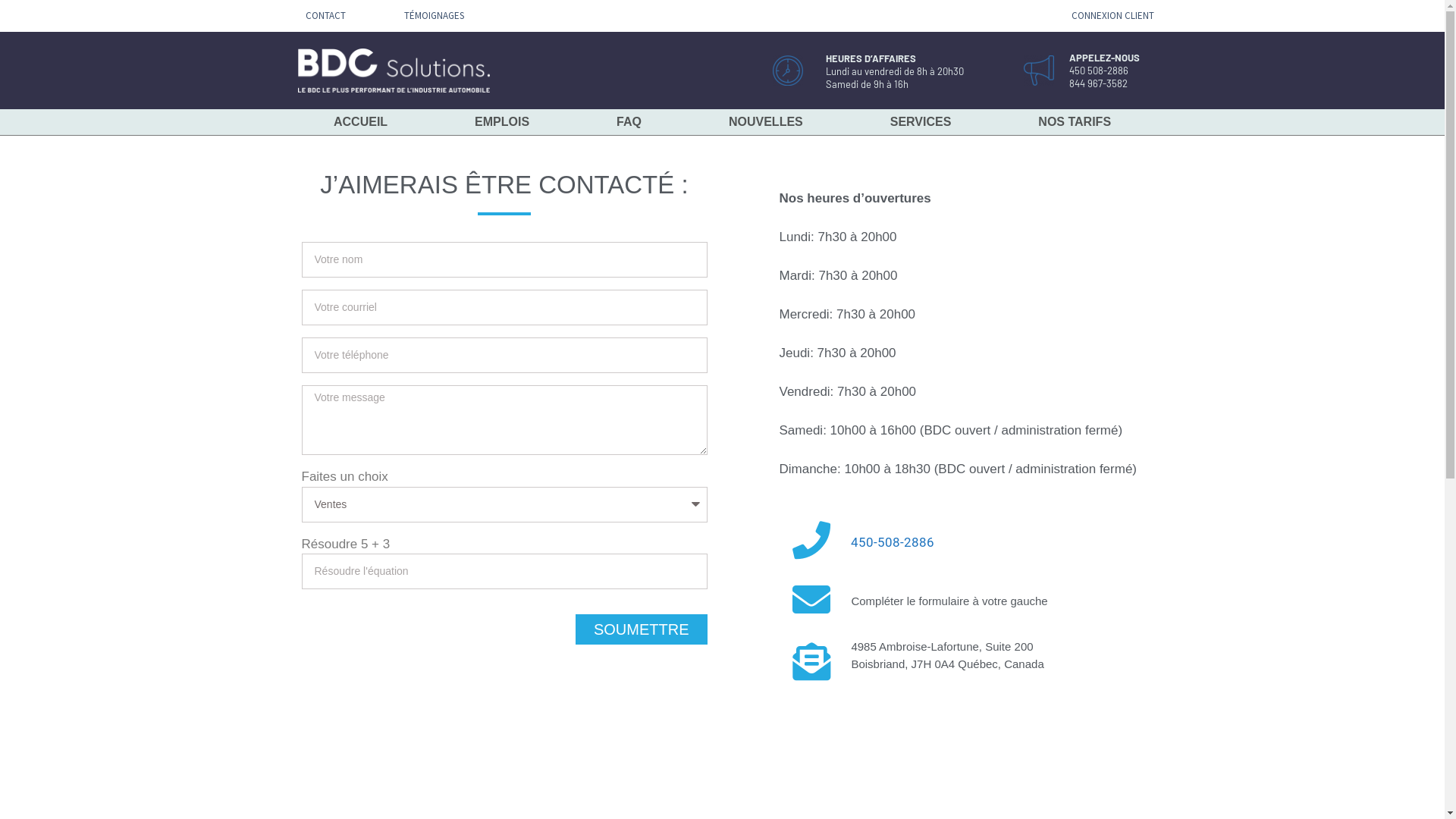  I want to click on 'EMPLOIS', so click(431, 121).